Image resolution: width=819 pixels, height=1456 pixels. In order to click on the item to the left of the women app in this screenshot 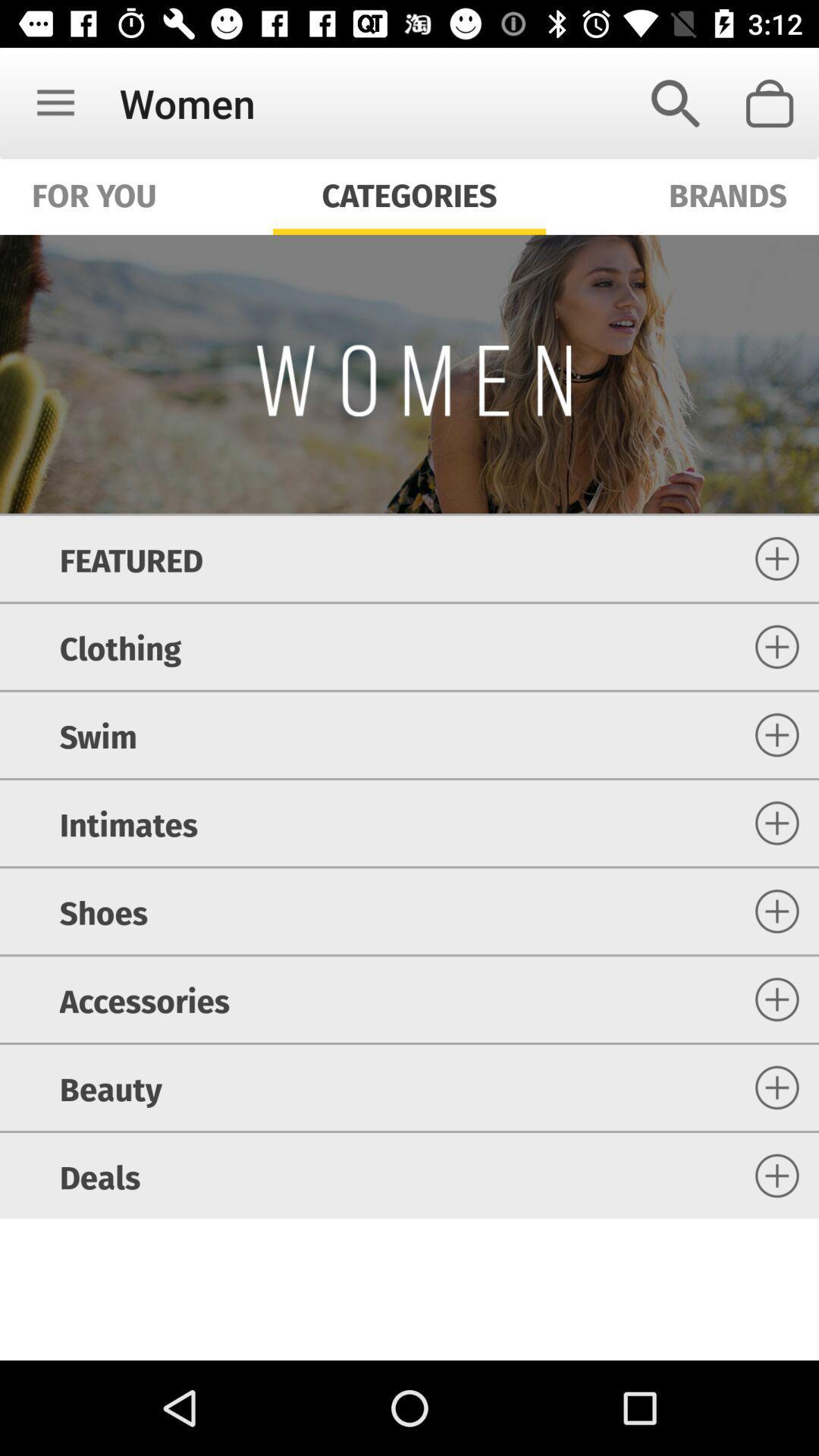, I will do `click(55, 102)`.